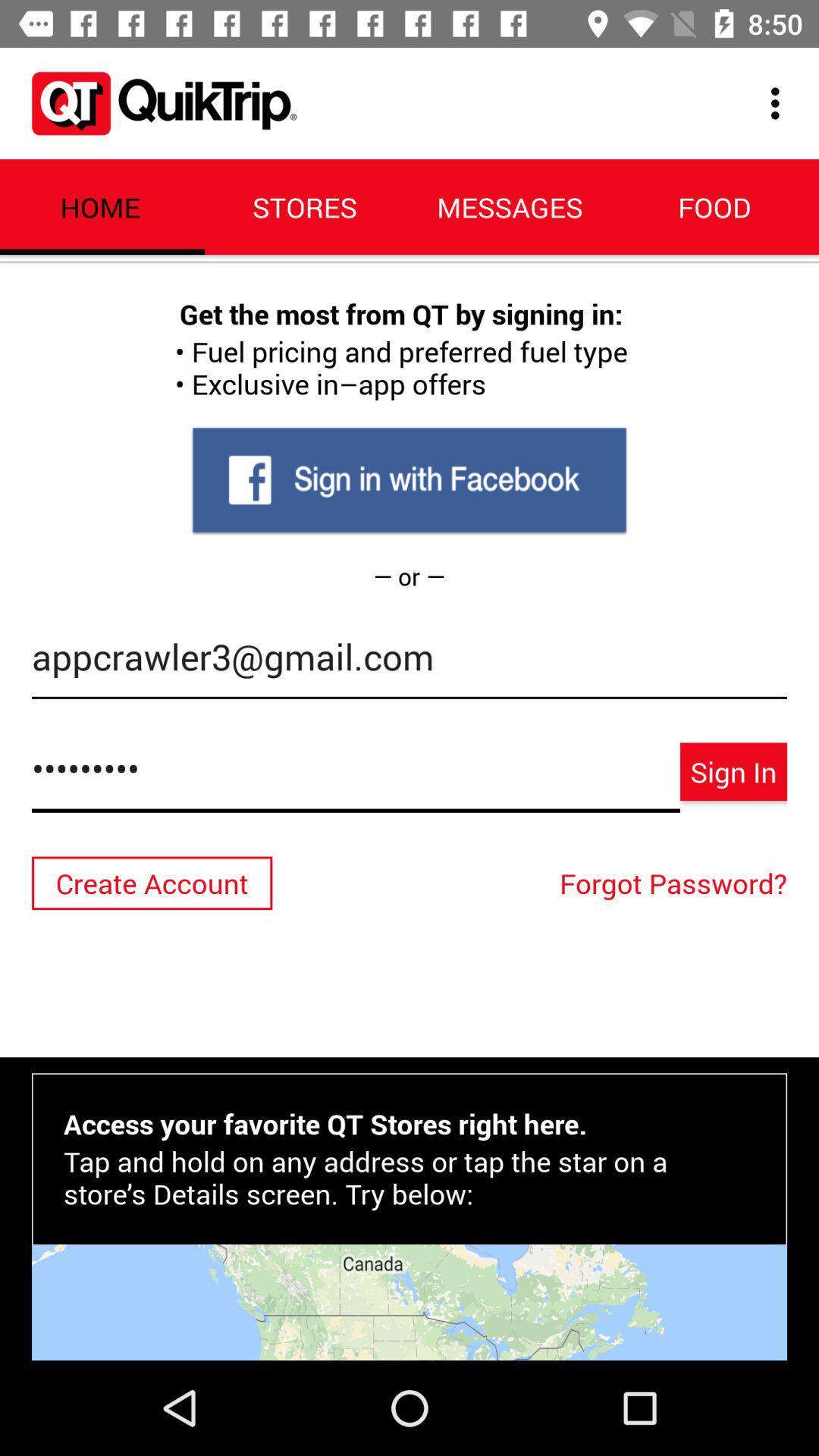 This screenshot has height=1456, width=819. I want to click on icon above access your favorite, so click(676, 883).